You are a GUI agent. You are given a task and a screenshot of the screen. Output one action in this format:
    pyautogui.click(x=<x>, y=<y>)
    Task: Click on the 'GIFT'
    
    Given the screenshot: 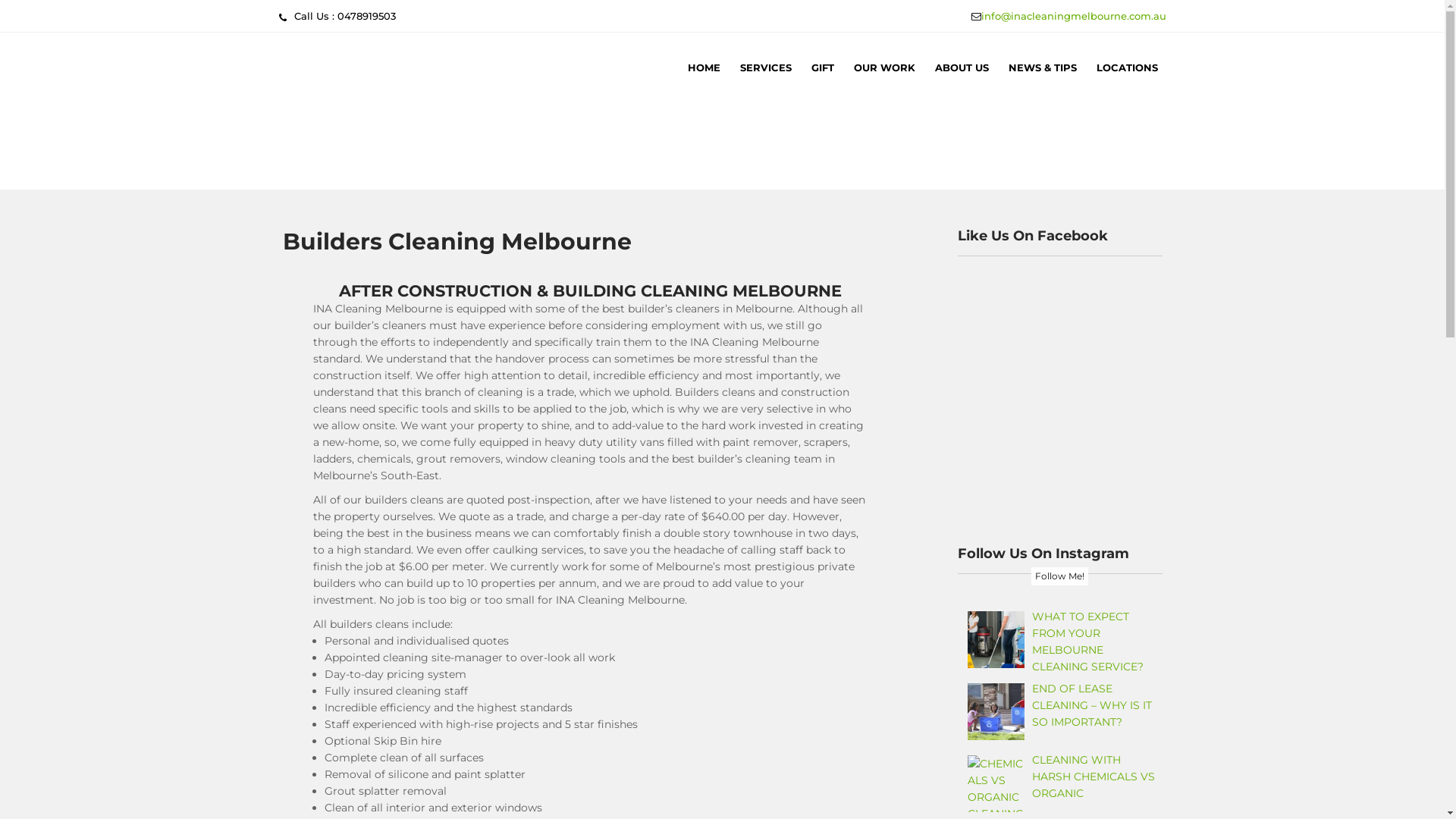 What is the action you would take?
    pyautogui.click(x=821, y=66)
    